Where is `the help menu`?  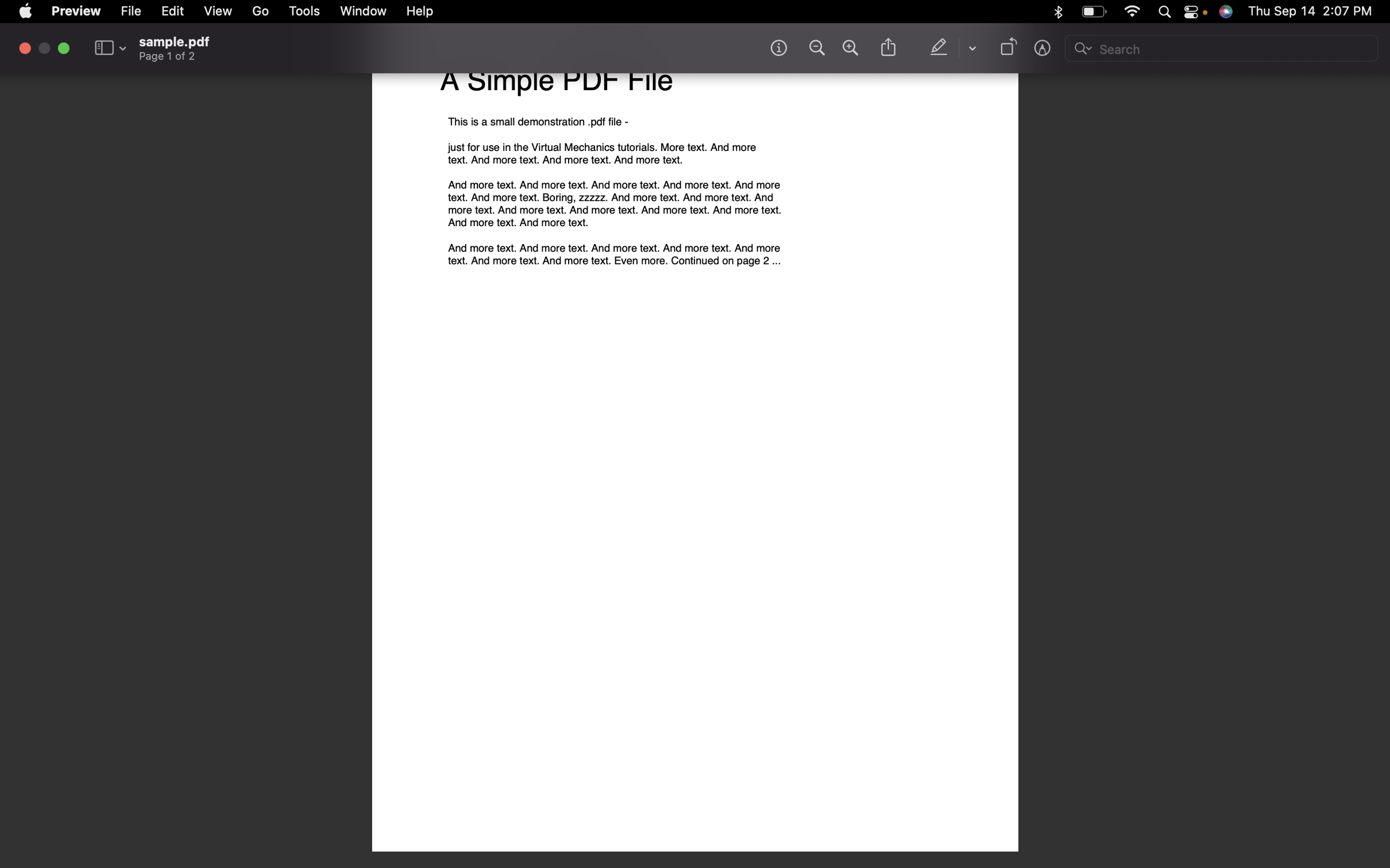 the help menu is located at coordinates (419, 12).